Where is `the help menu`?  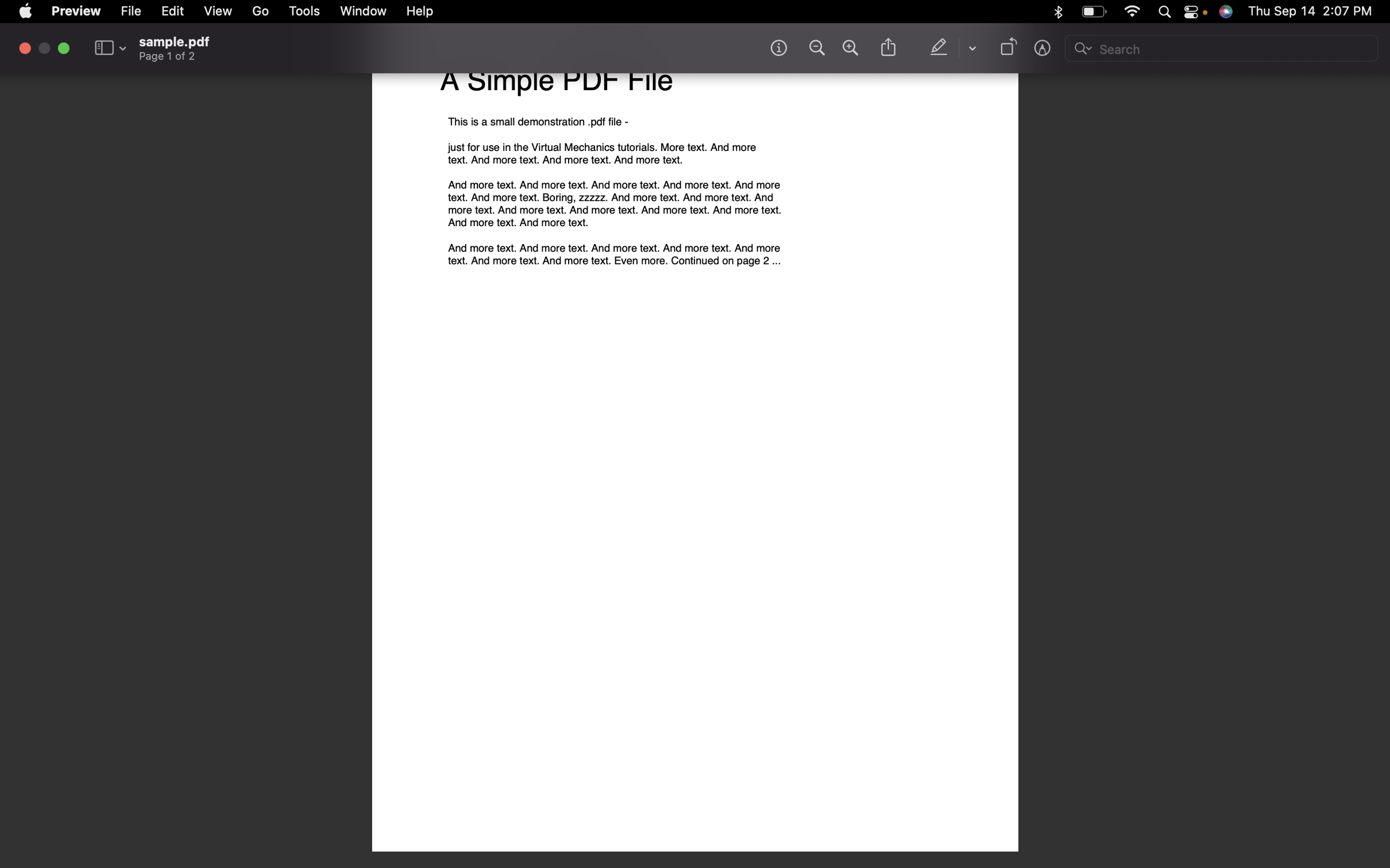 the help menu is located at coordinates (419, 12).